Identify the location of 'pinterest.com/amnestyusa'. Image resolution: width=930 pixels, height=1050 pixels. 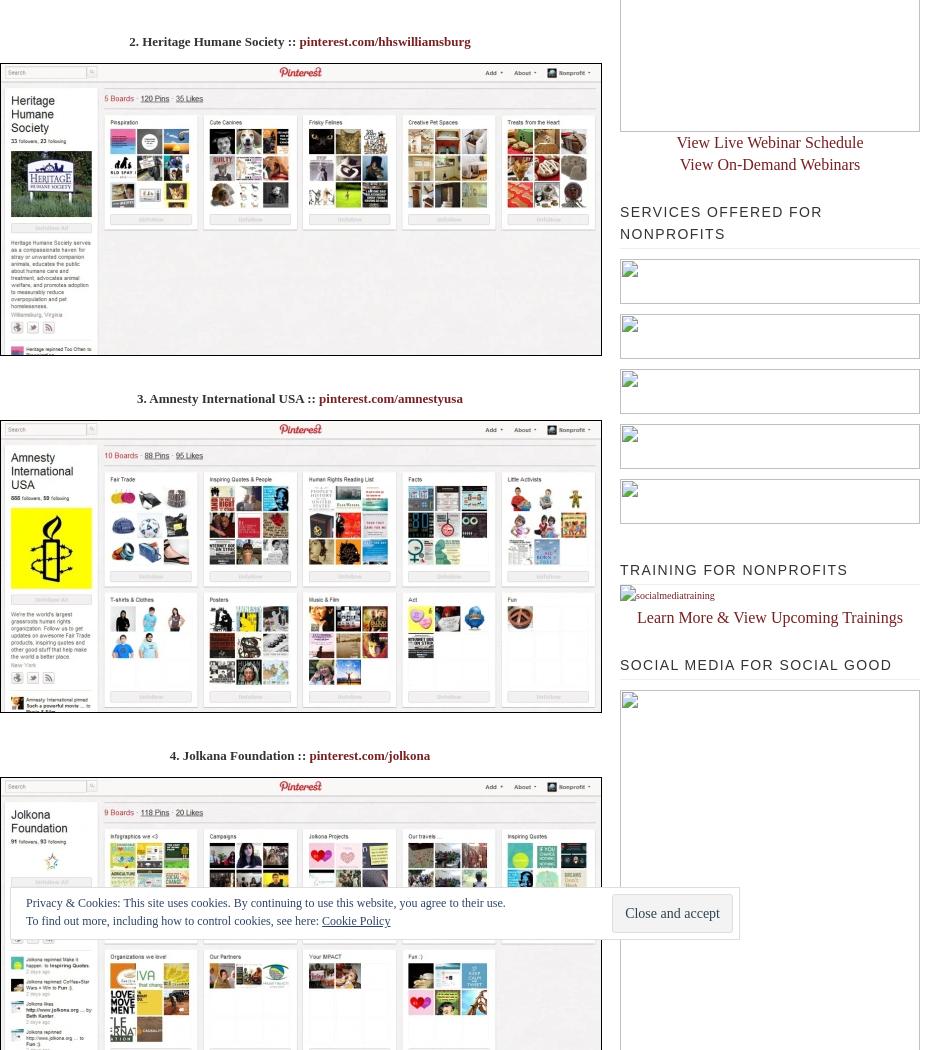
(317, 397).